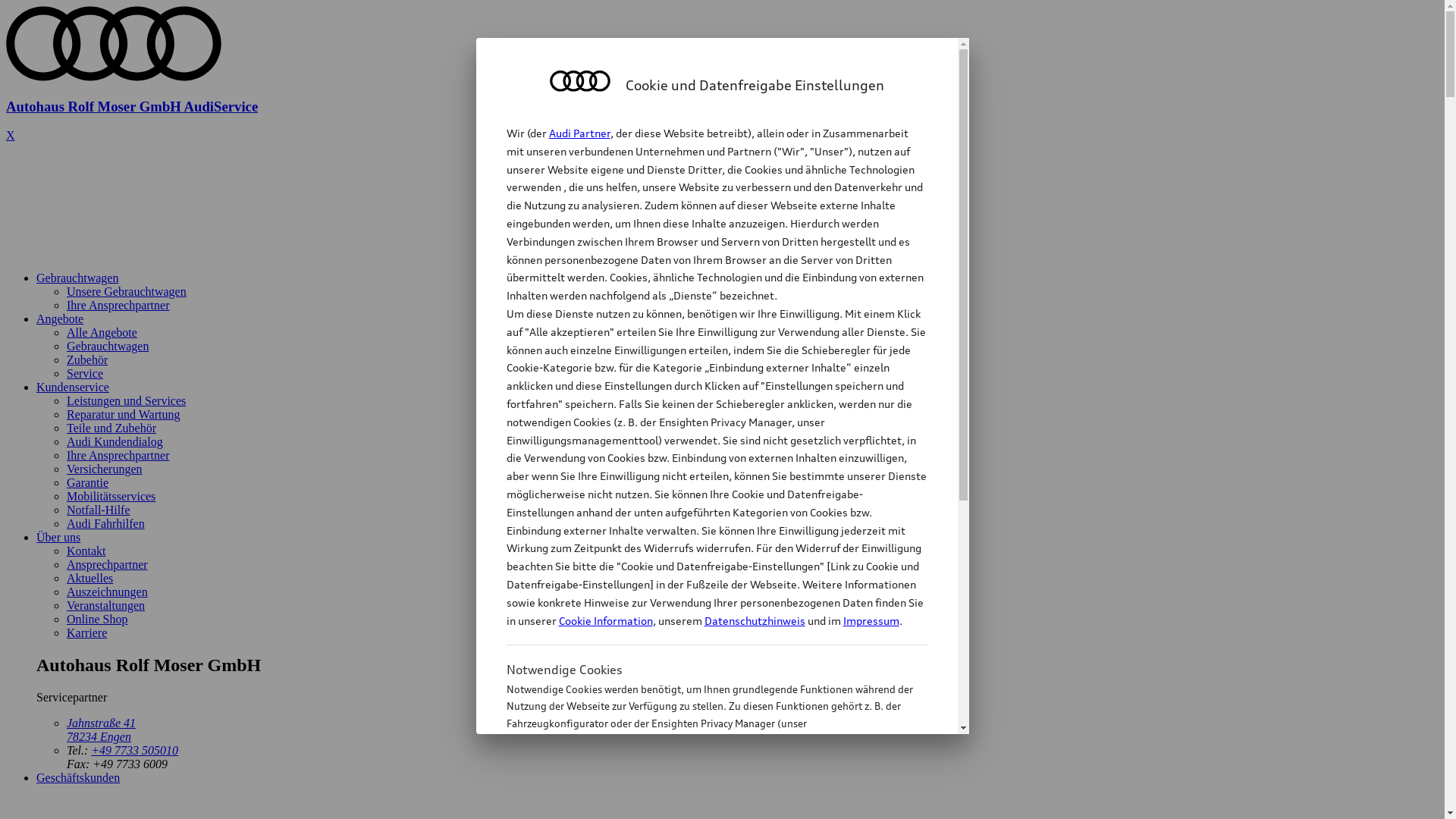  I want to click on '+49 7733 505010', so click(134, 749).